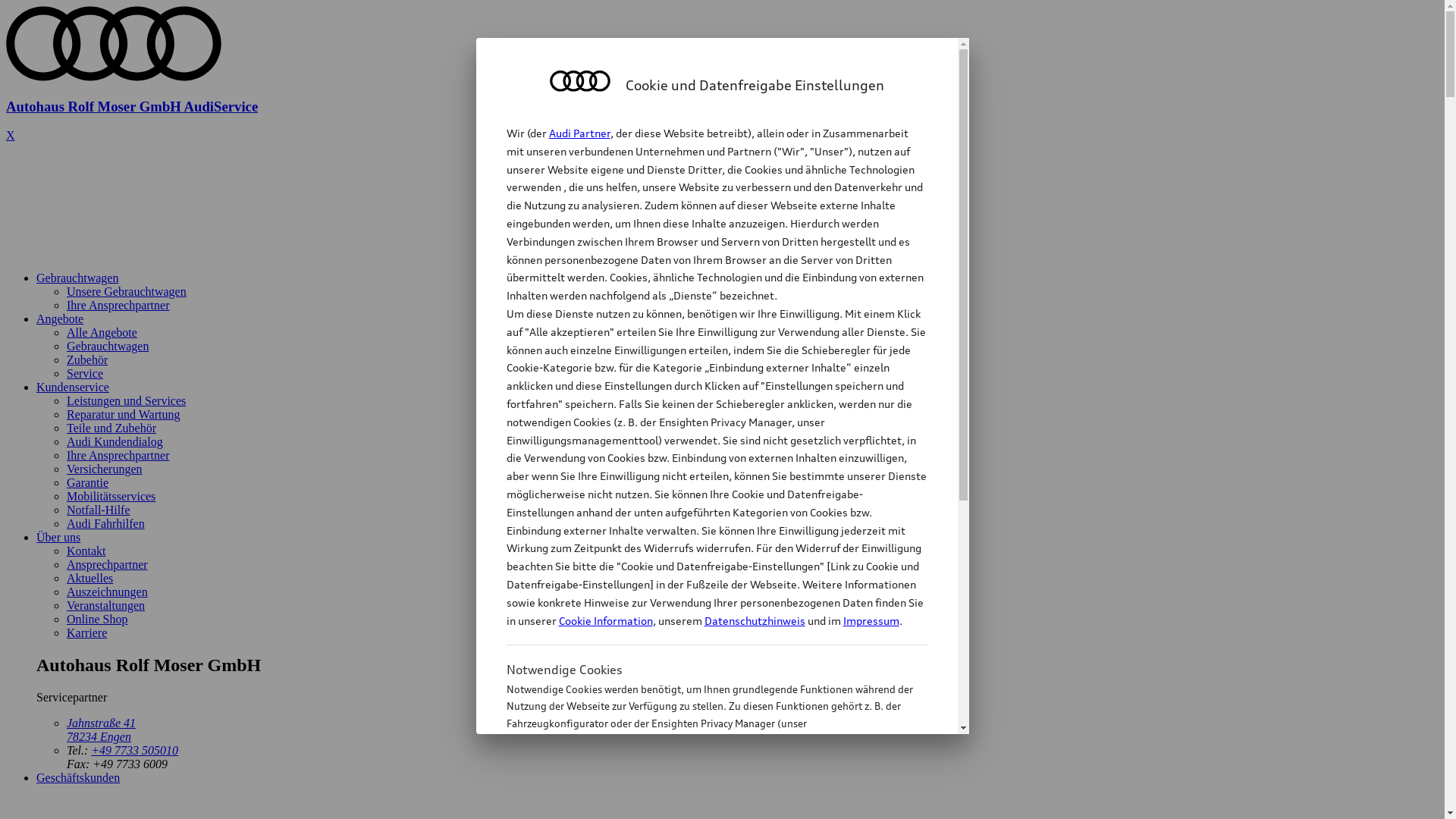  I want to click on '+49 7733 505010', so click(134, 749).